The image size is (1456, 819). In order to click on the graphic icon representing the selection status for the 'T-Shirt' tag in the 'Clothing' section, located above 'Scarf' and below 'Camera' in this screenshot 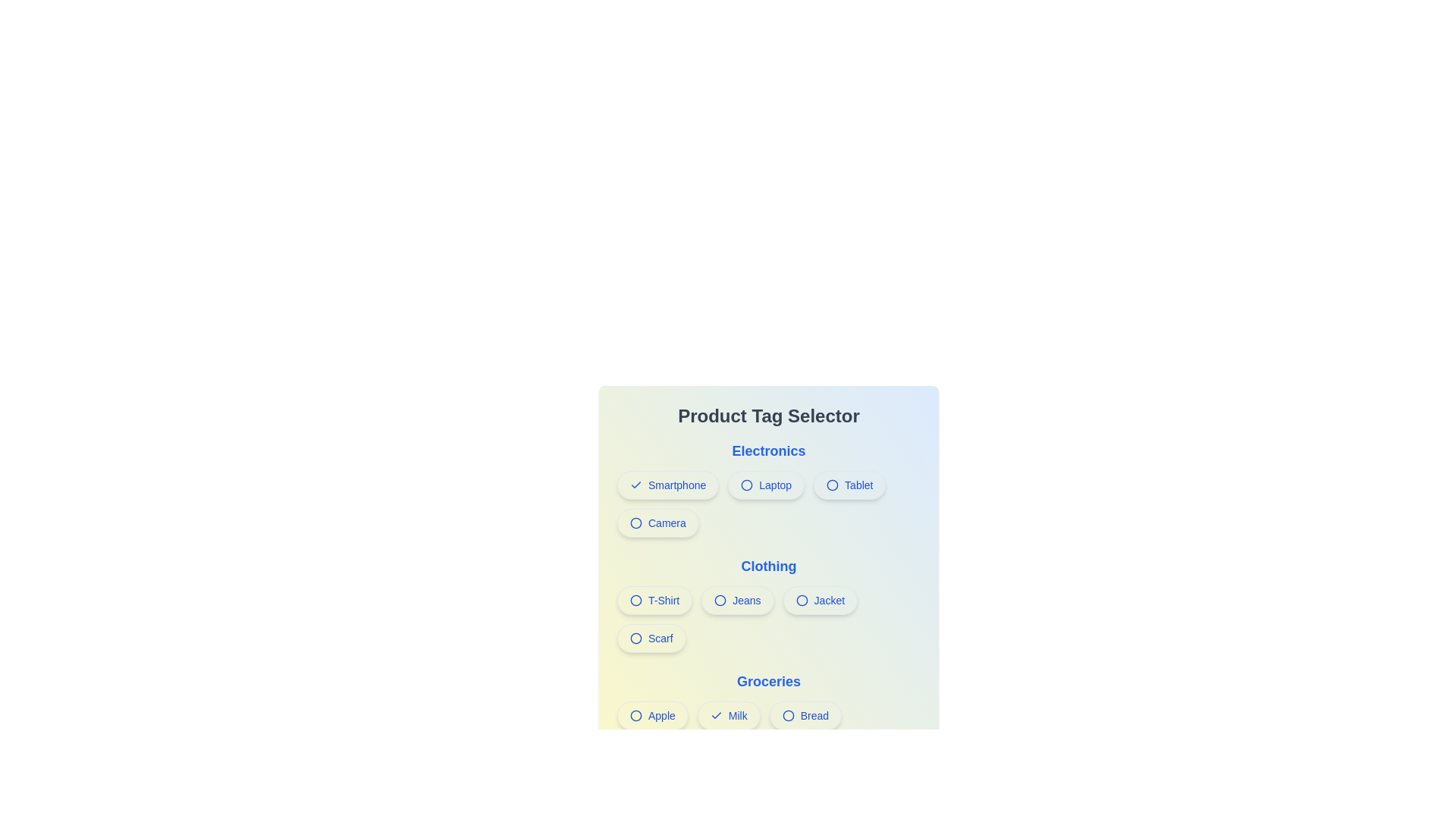, I will do `click(636, 599)`.